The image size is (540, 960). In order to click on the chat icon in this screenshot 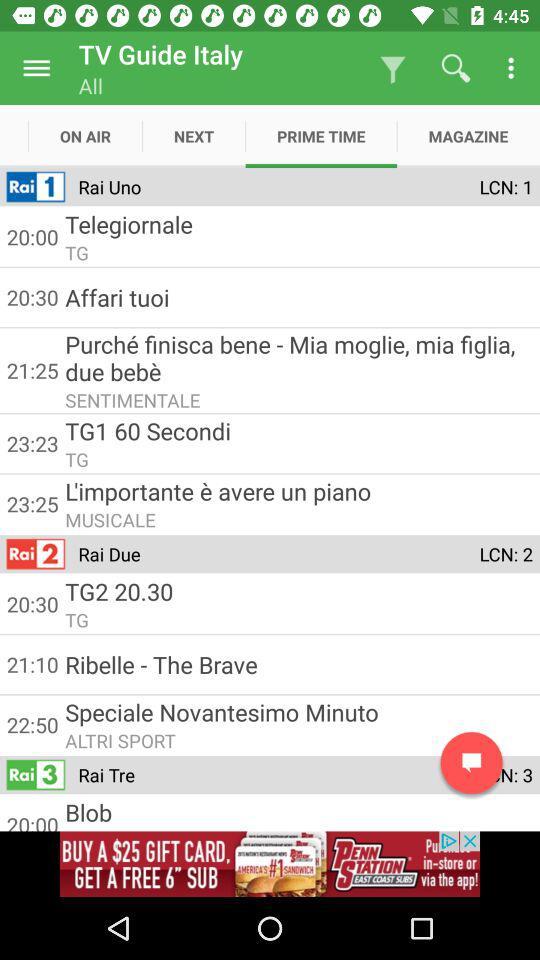, I will do `click(471, 762)`.